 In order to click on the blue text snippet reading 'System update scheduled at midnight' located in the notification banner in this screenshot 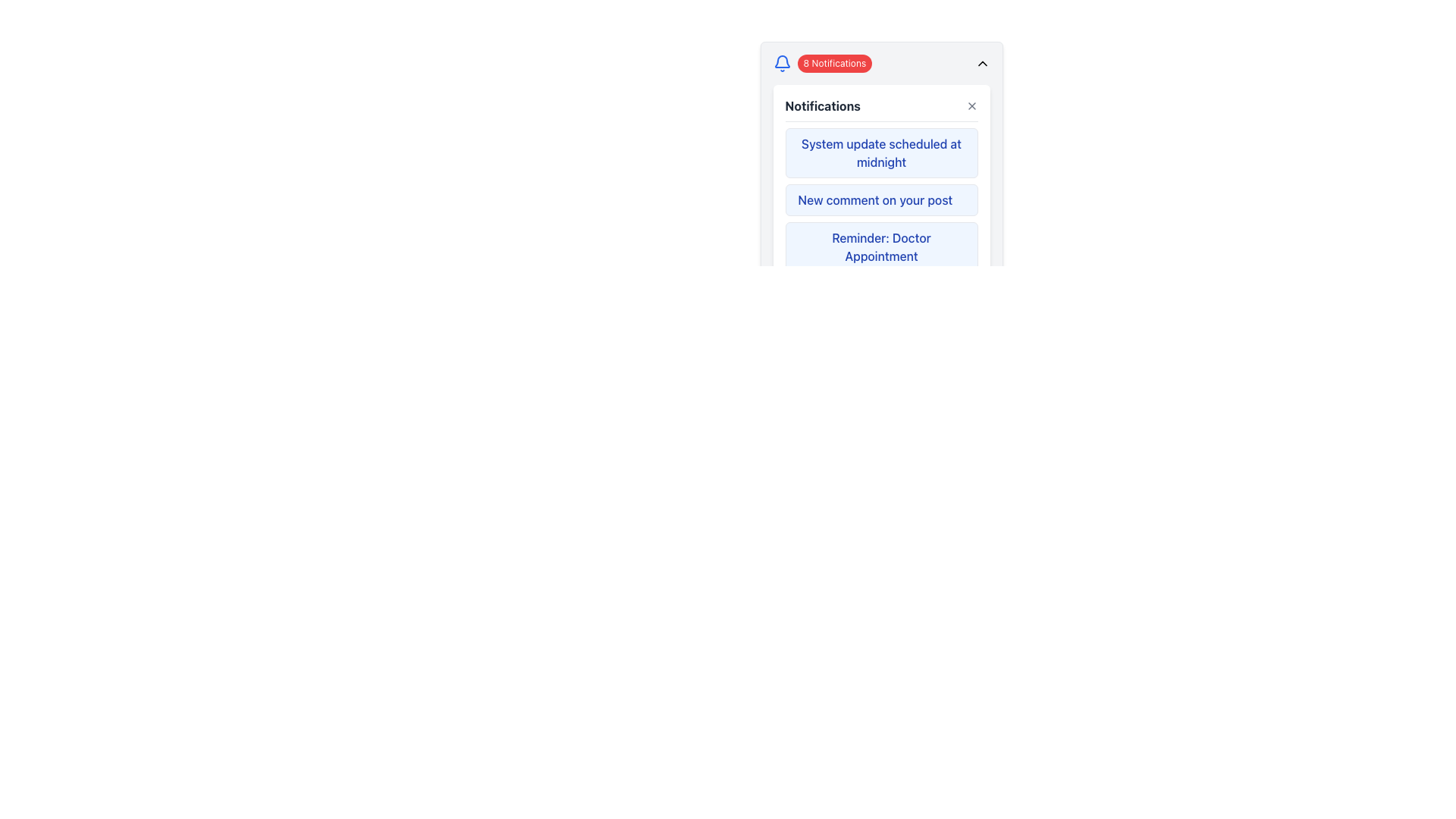, I will do `click(881, 152)`.